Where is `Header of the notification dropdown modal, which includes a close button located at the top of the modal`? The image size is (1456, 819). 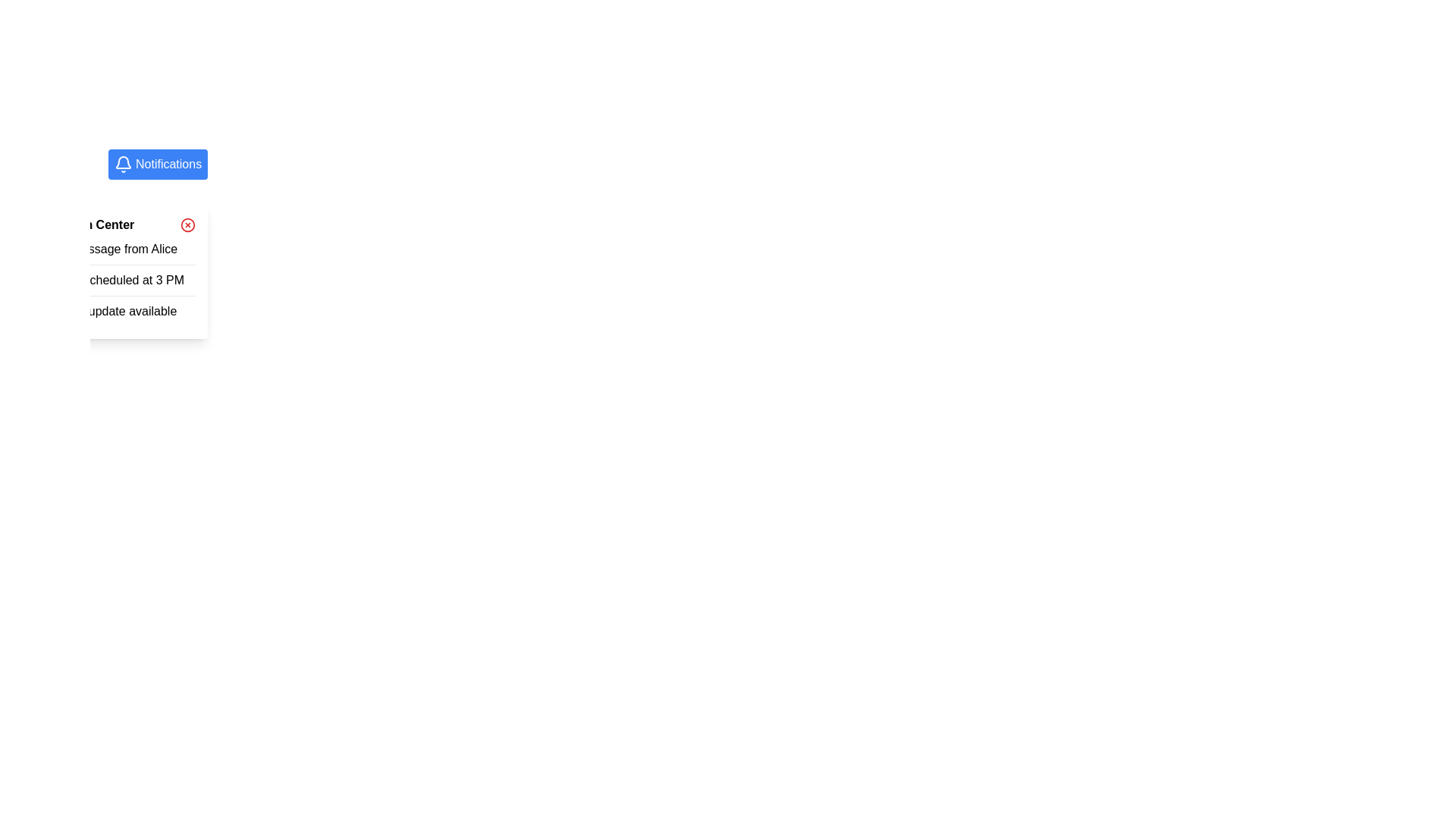 Header of the notification dropdown modal, which includes a close button located at the top of the modal is located at coordinates (110, 225).